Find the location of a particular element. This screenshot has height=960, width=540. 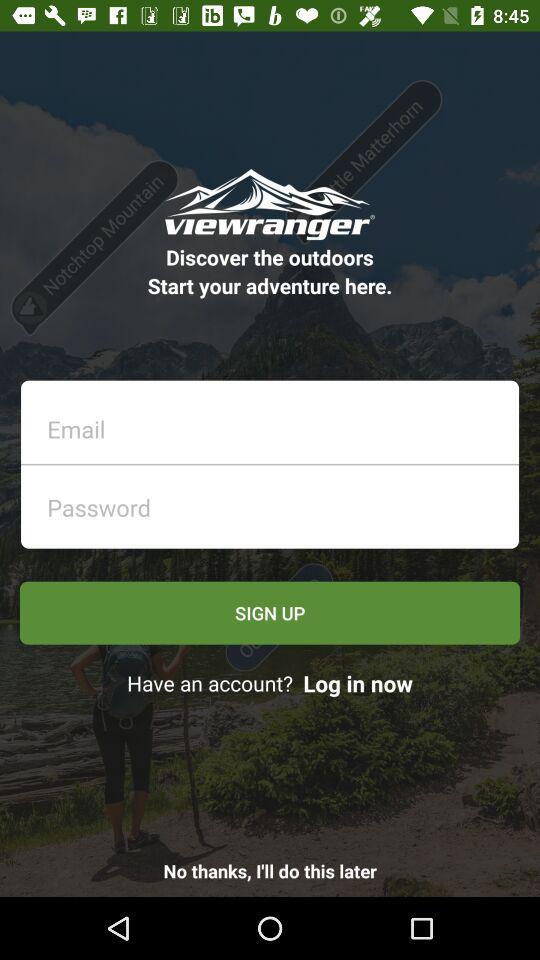

type password is located at coordinates (275, 501).